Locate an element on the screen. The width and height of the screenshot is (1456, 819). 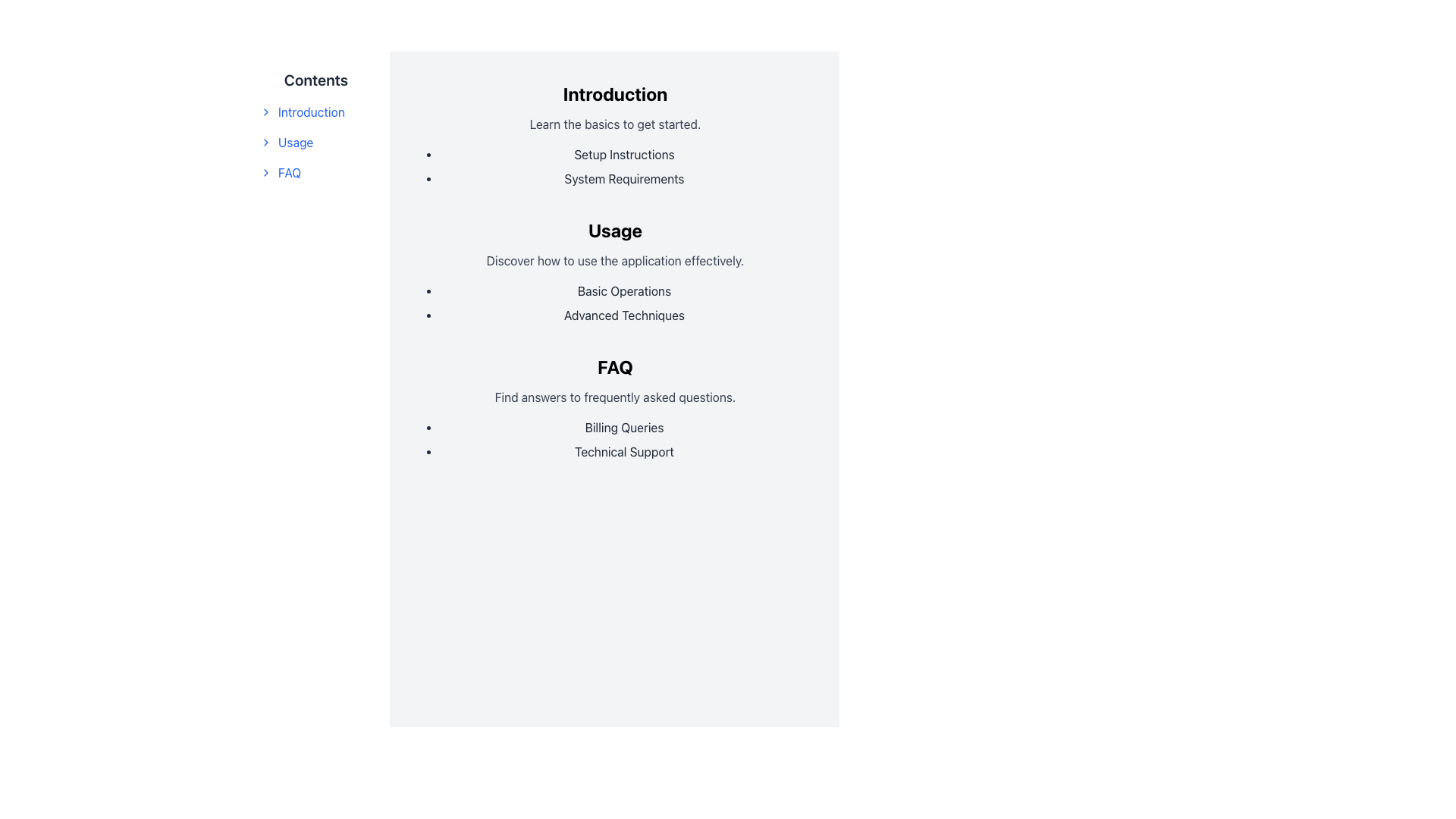
the right-facing chevron icon next to the word 'Introduction' in the navigation list is located at coordinates (265, 111).